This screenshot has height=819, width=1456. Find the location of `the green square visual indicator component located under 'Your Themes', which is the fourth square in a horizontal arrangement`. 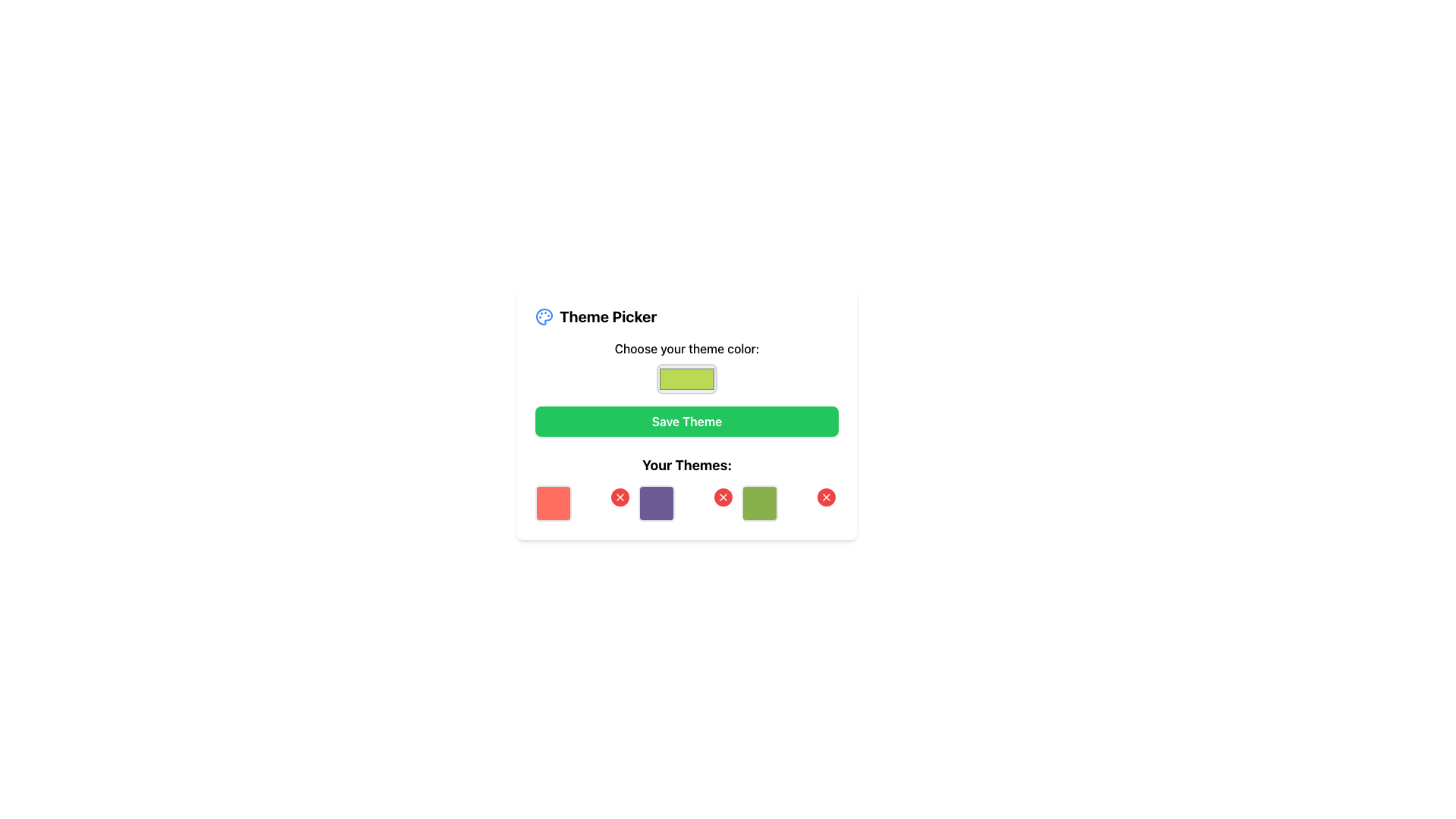

the green square visual indicator component located under 'Your Themes', which is the fourth square in a horizontal arrangement is located at coordinates (760, 503).